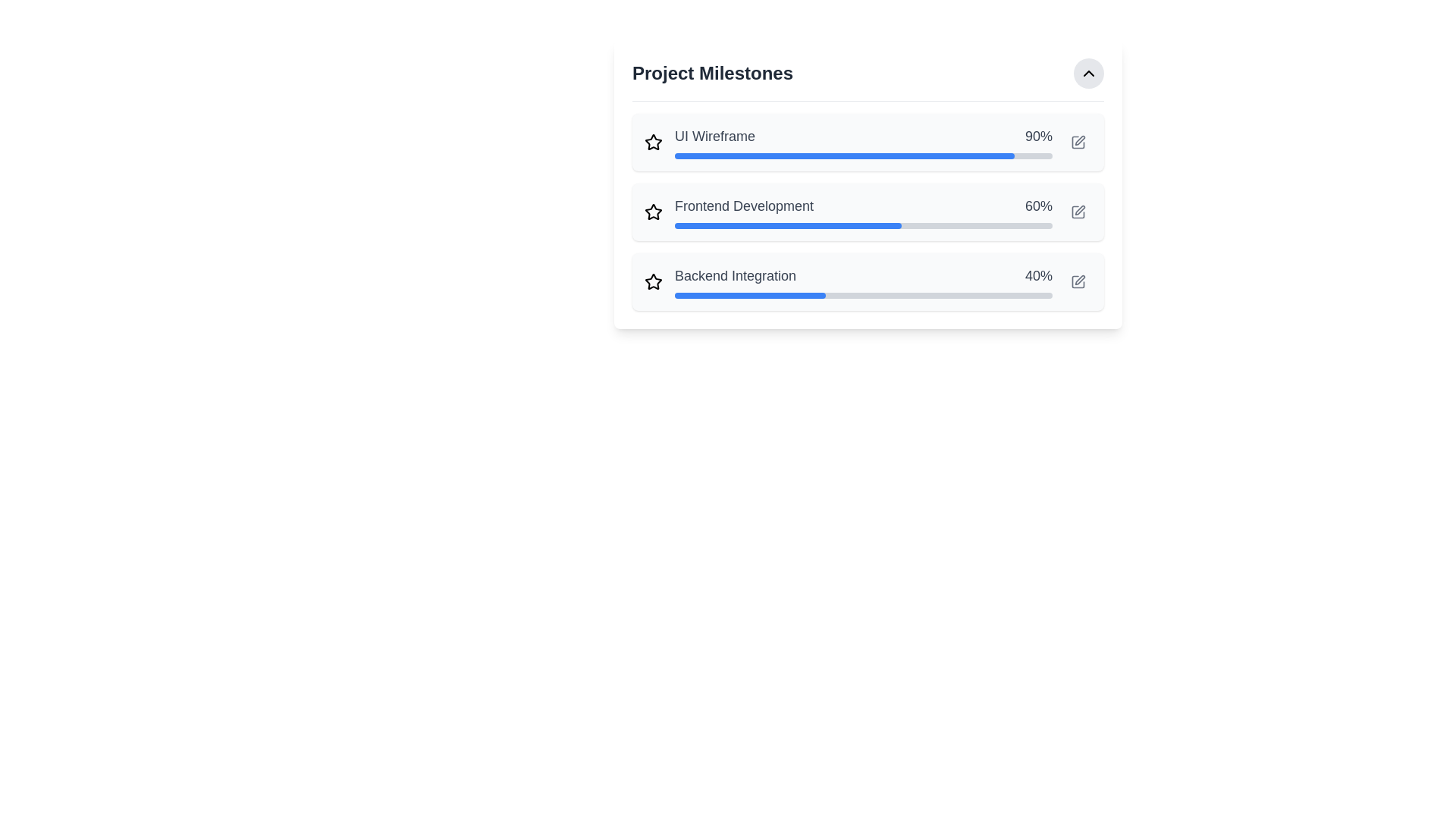 This screenshot has width=1456, height=819. Describe the element at coordinates (788, 225) in the screenshot. I see `the horizontal blue progress bar representing 60% completion, located in the middle section of the list item for 'Frontend Development'` at that location.